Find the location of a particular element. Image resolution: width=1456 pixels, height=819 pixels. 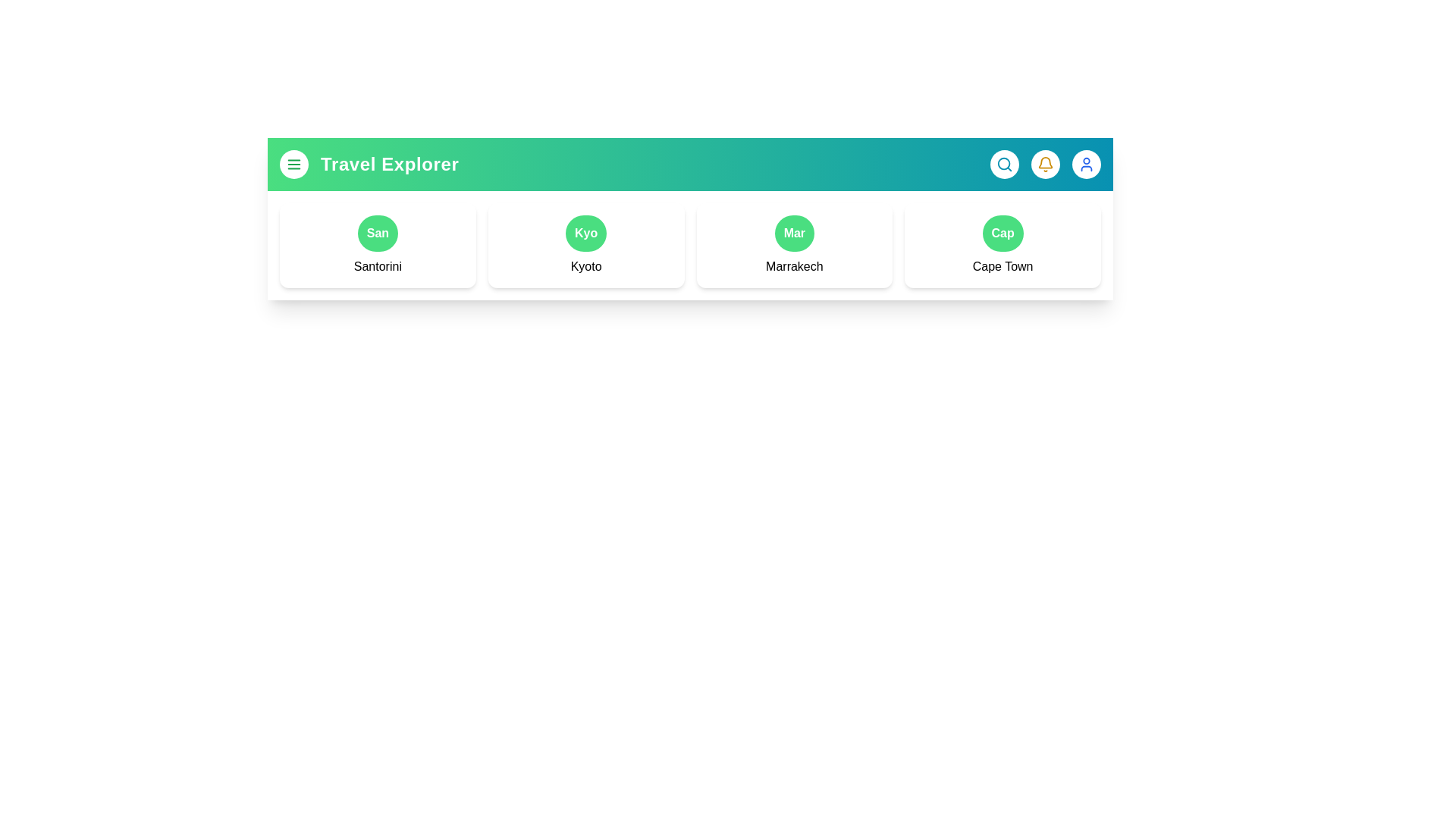

the notification bell icon to view notifications is located at coordinates (1044, 164).